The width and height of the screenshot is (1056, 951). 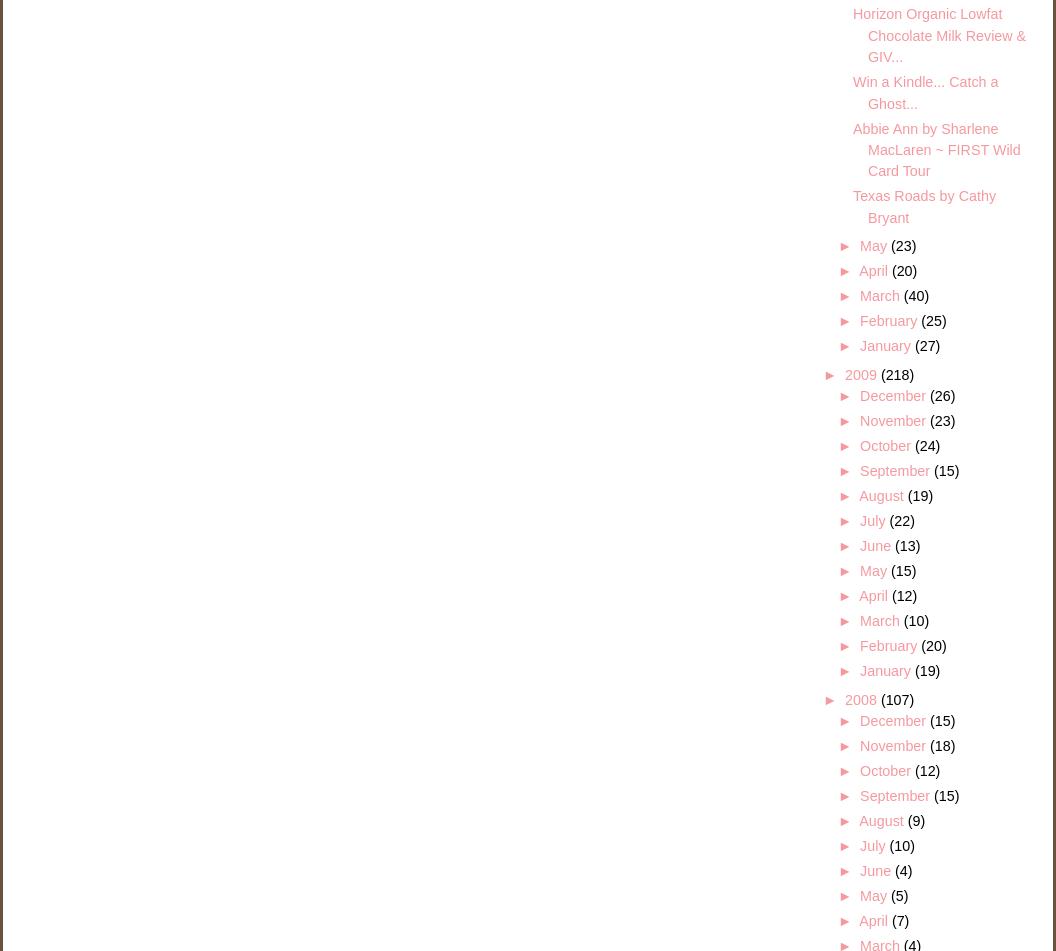 I want to click on '(40)', so click(x=914, y=296).